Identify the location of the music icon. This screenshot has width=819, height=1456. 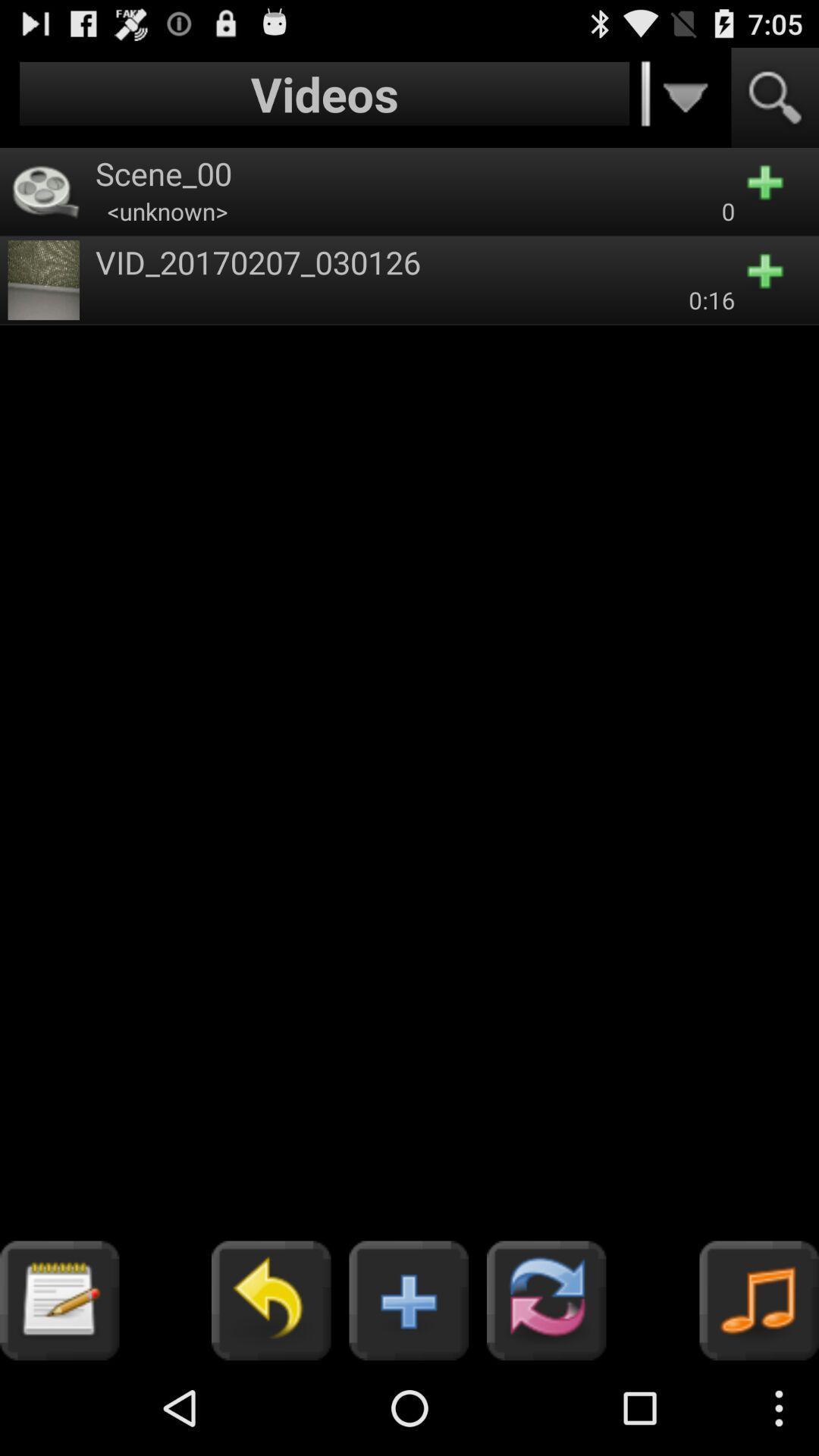
(759, 1392).